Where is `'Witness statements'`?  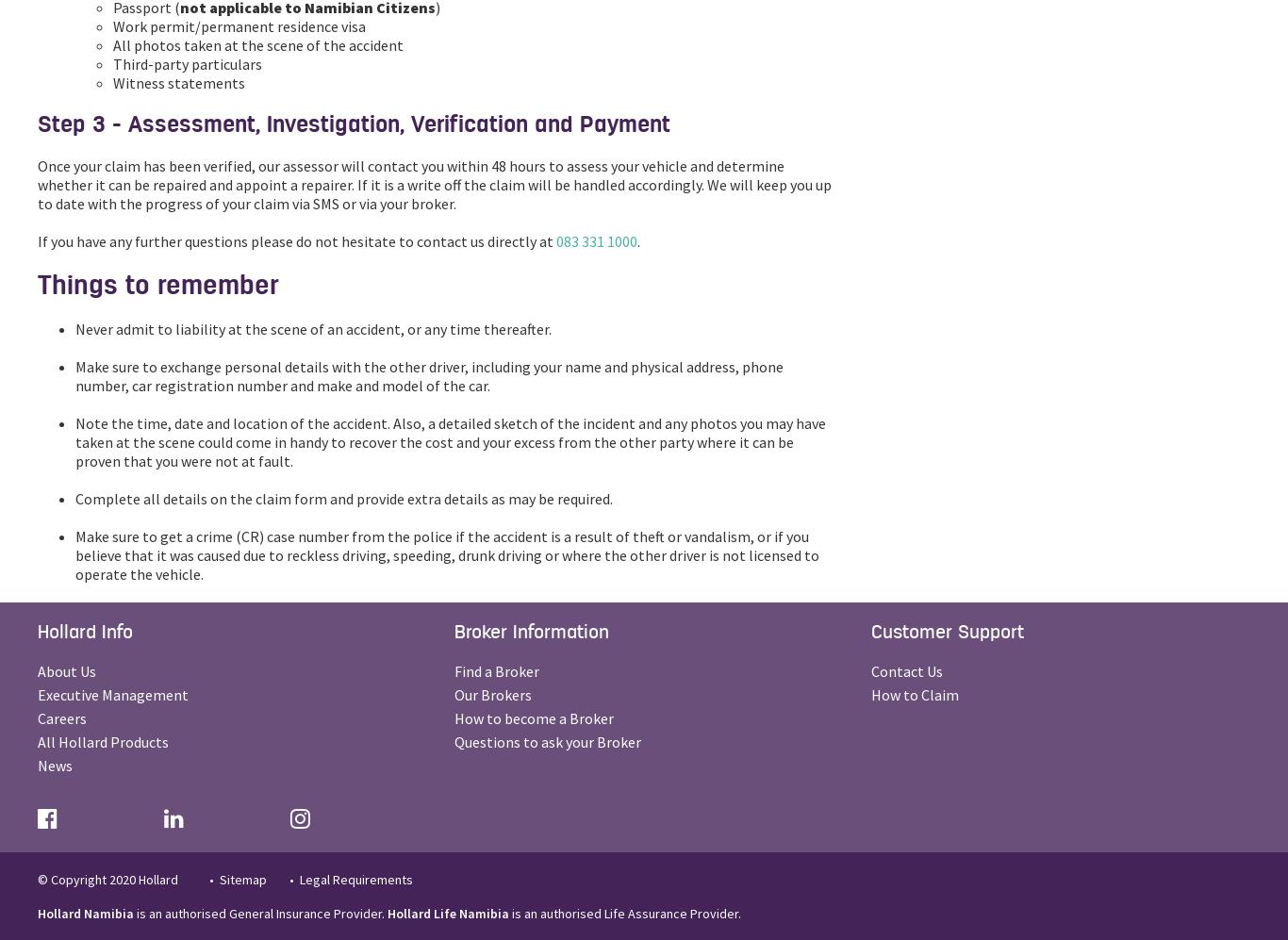
'Witness statements' is located at coordinates (111, 82).